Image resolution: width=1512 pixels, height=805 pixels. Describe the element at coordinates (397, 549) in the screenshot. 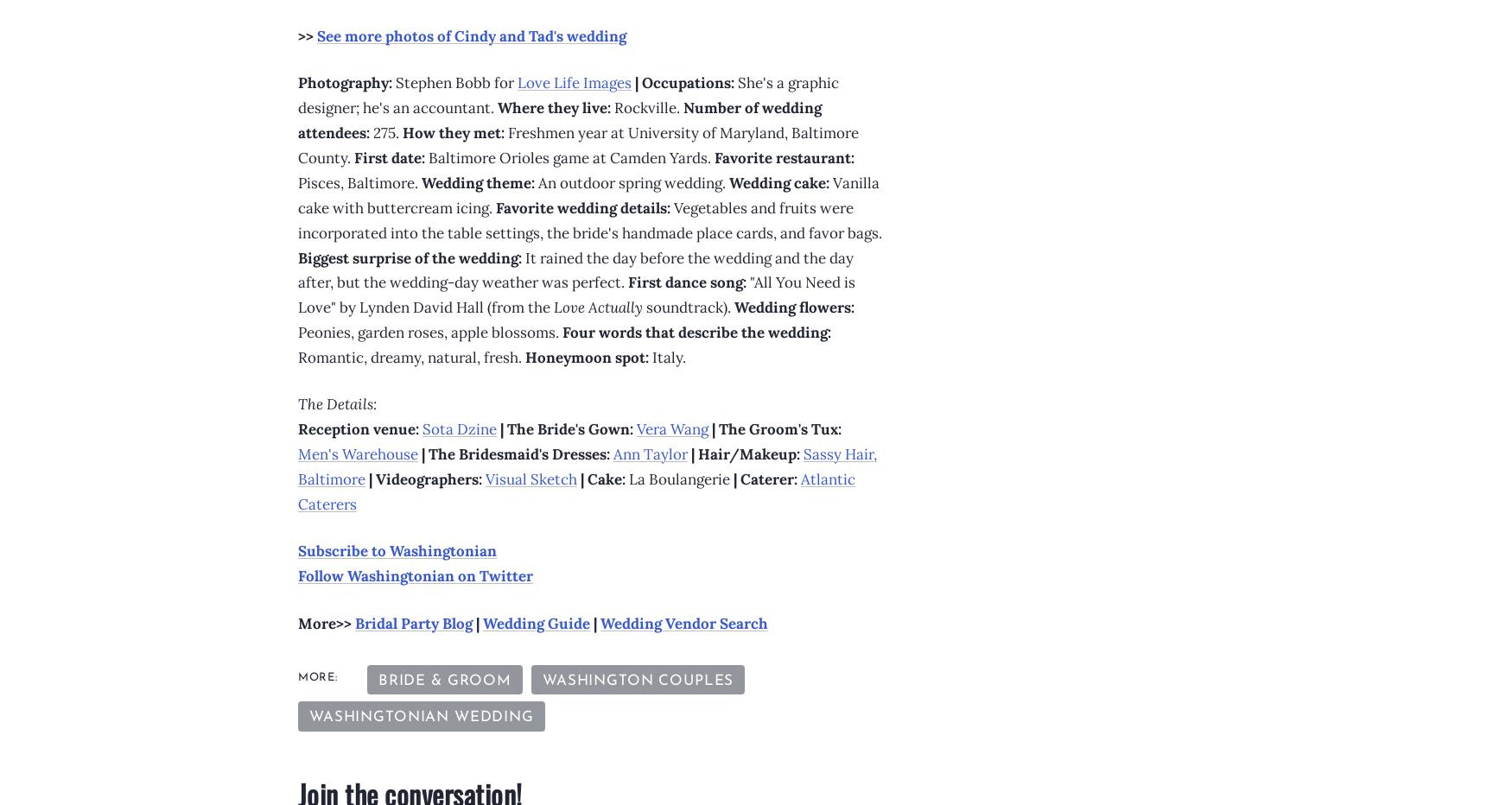

I see `'Subscribe to Washingtonian'` at that location.